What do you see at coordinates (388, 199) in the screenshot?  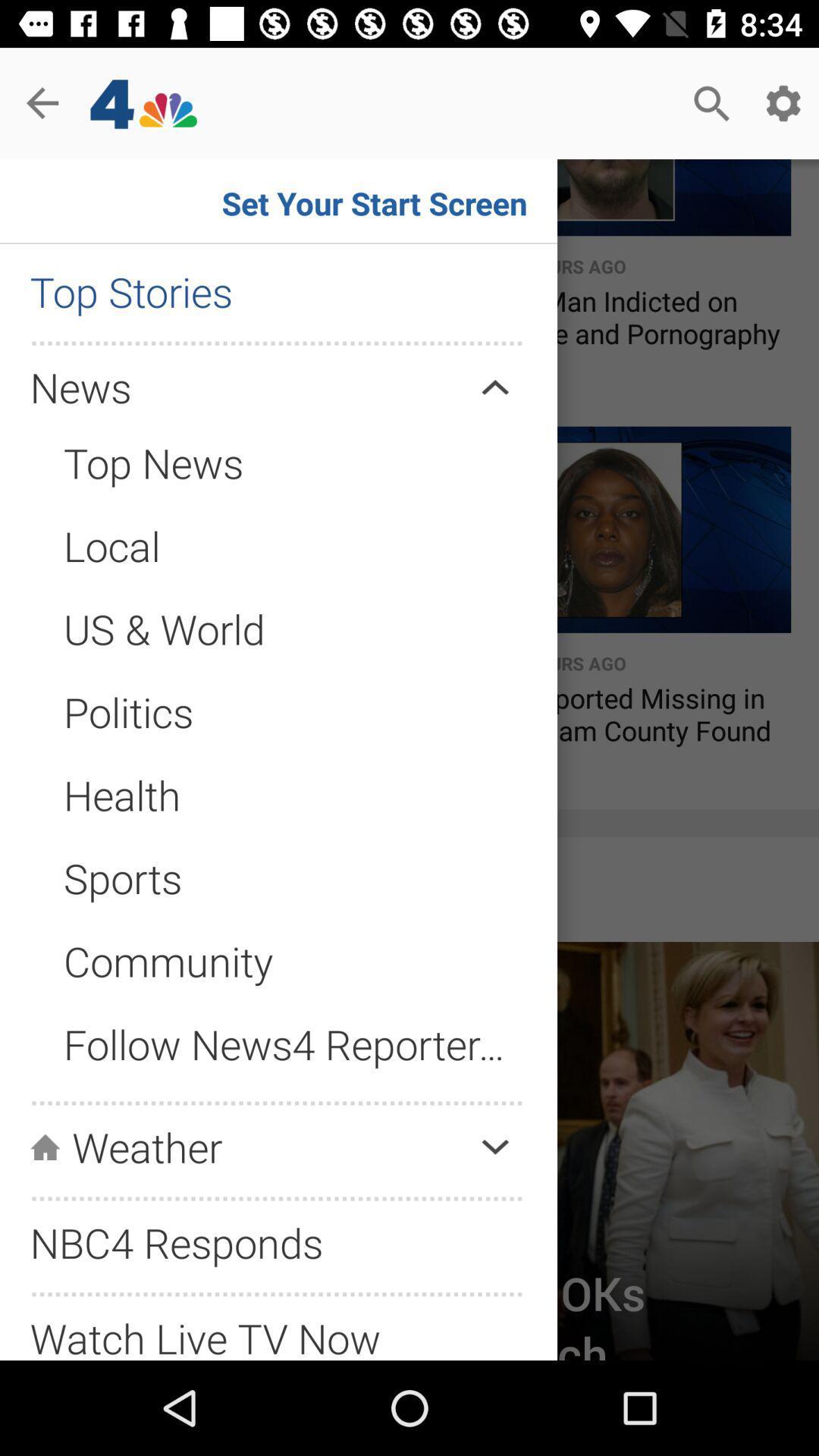 I see `the button set your start screen on the web page` at bounding box center [388, 199].